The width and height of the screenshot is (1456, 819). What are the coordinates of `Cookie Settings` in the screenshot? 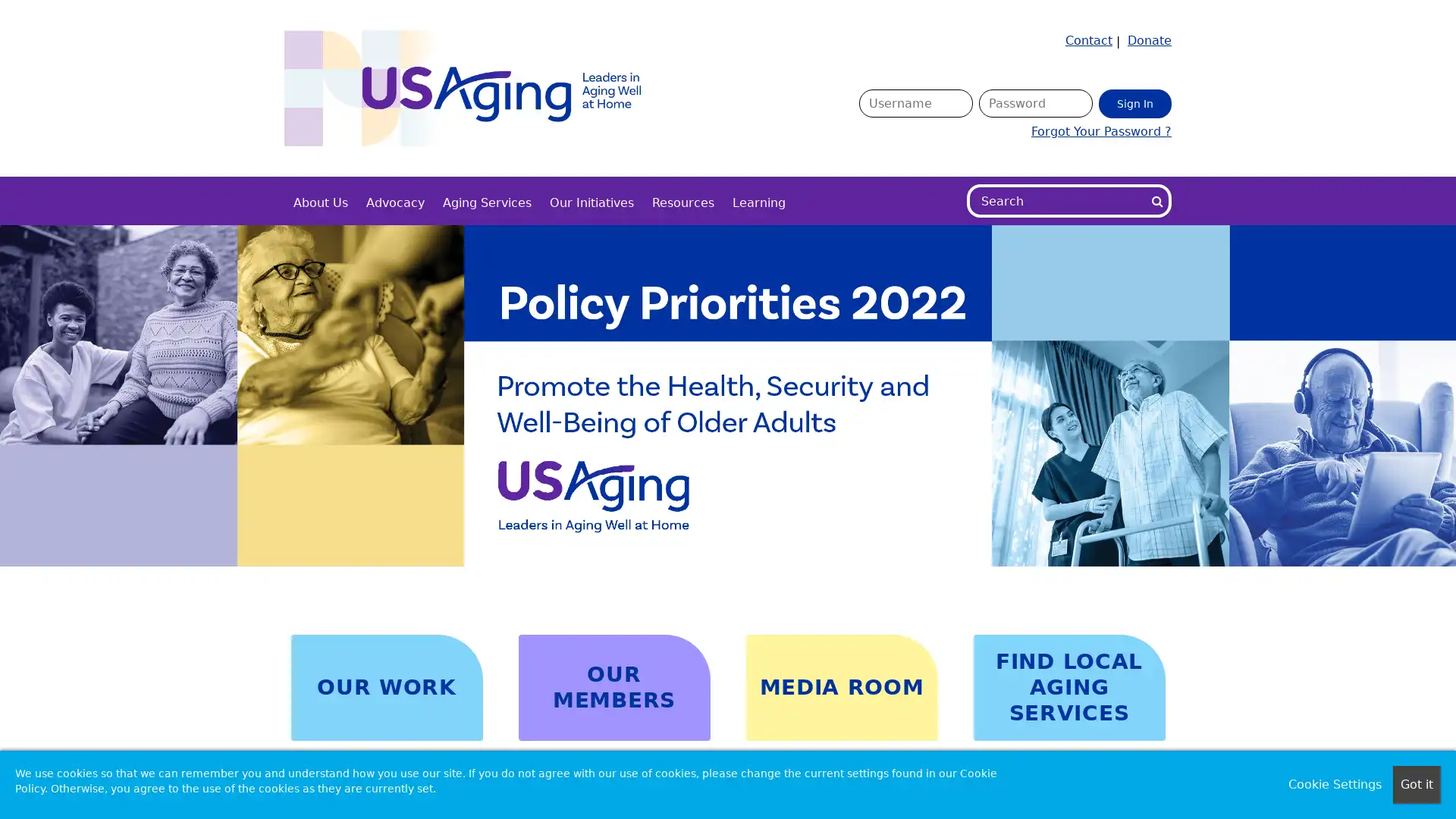 It's located at (1335, 784).